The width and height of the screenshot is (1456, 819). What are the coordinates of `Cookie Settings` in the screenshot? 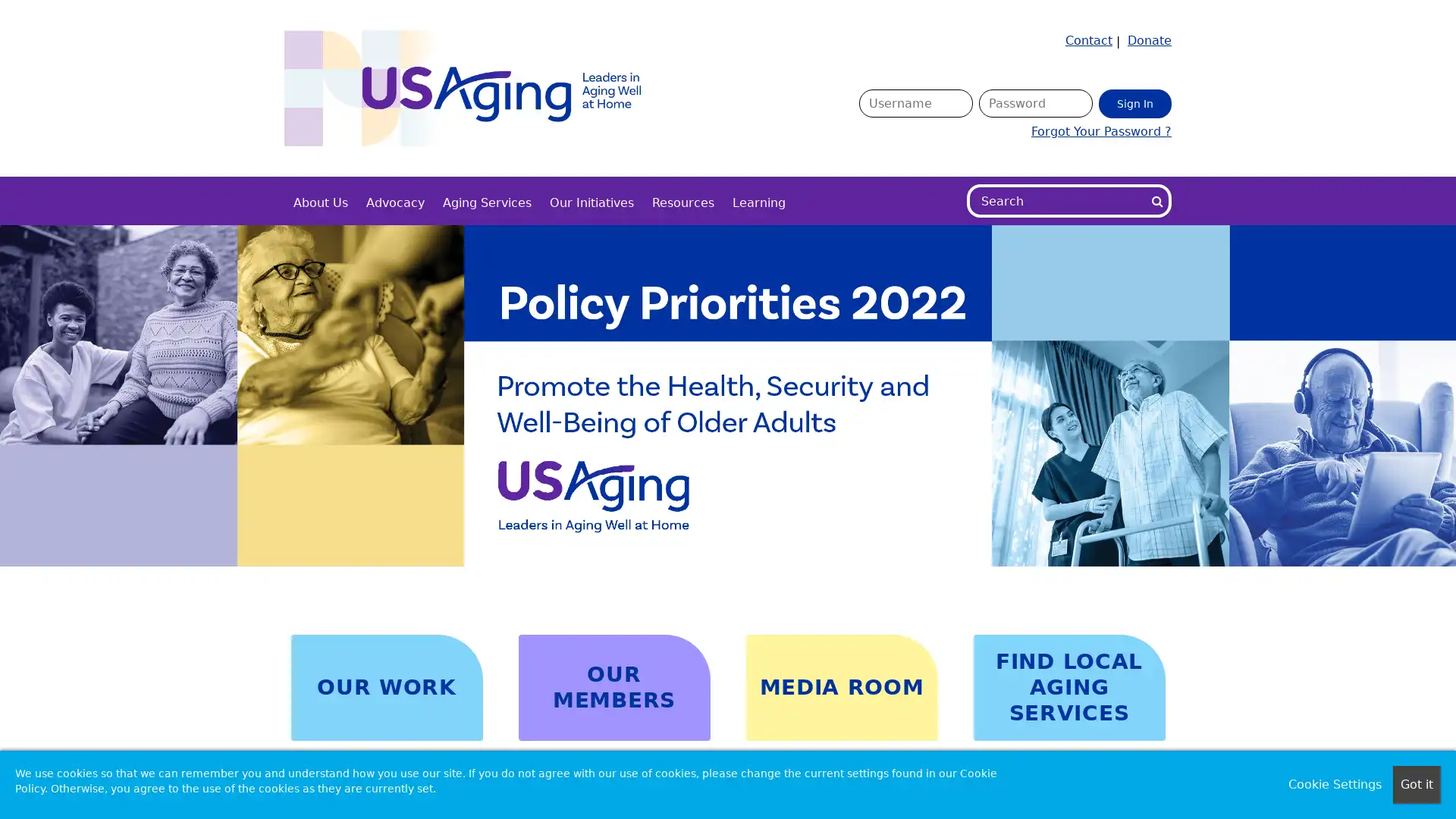 It's located at (1335, 784).